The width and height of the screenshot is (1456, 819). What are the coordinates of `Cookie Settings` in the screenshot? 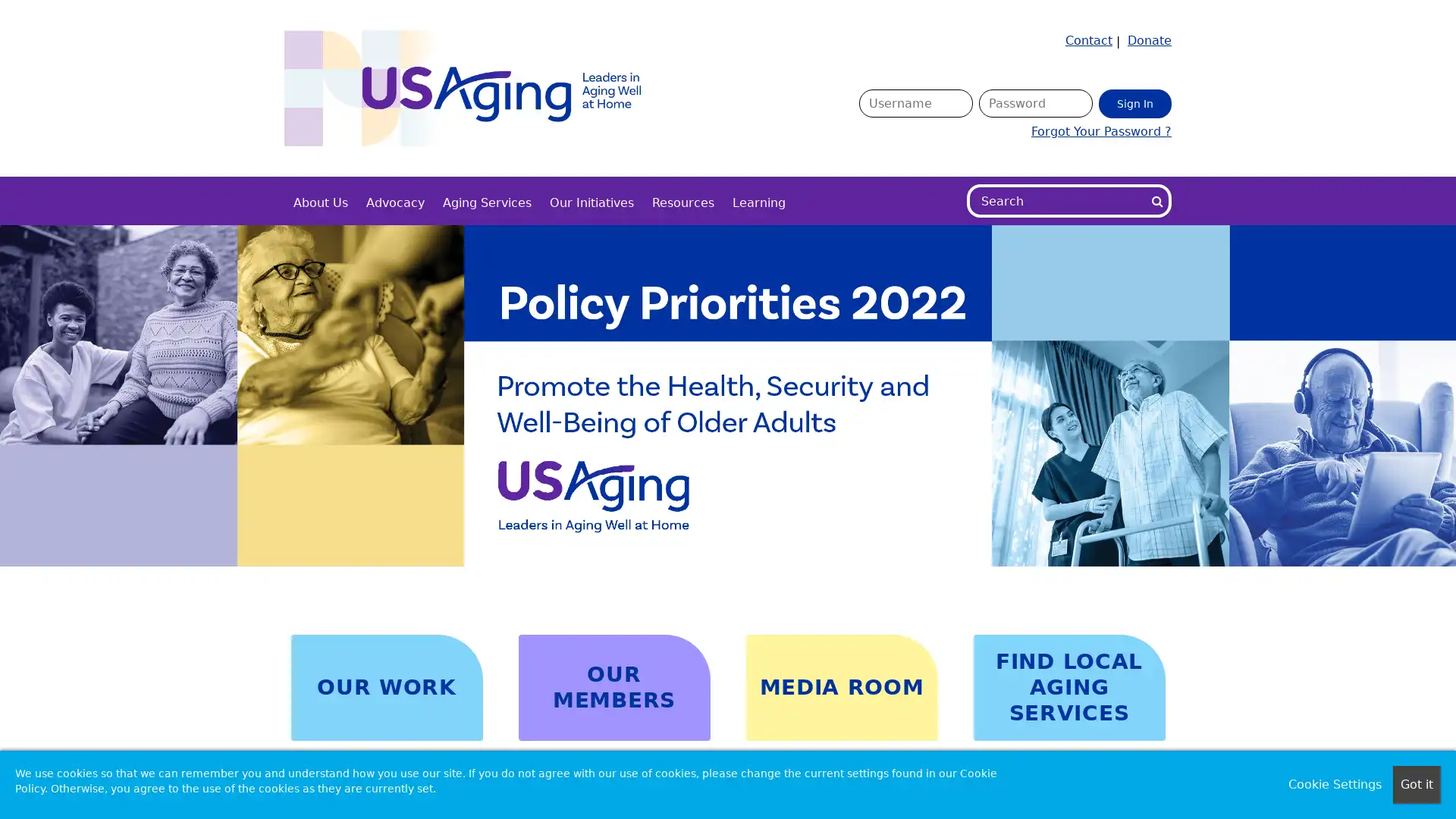 It's located at (1335, 784).